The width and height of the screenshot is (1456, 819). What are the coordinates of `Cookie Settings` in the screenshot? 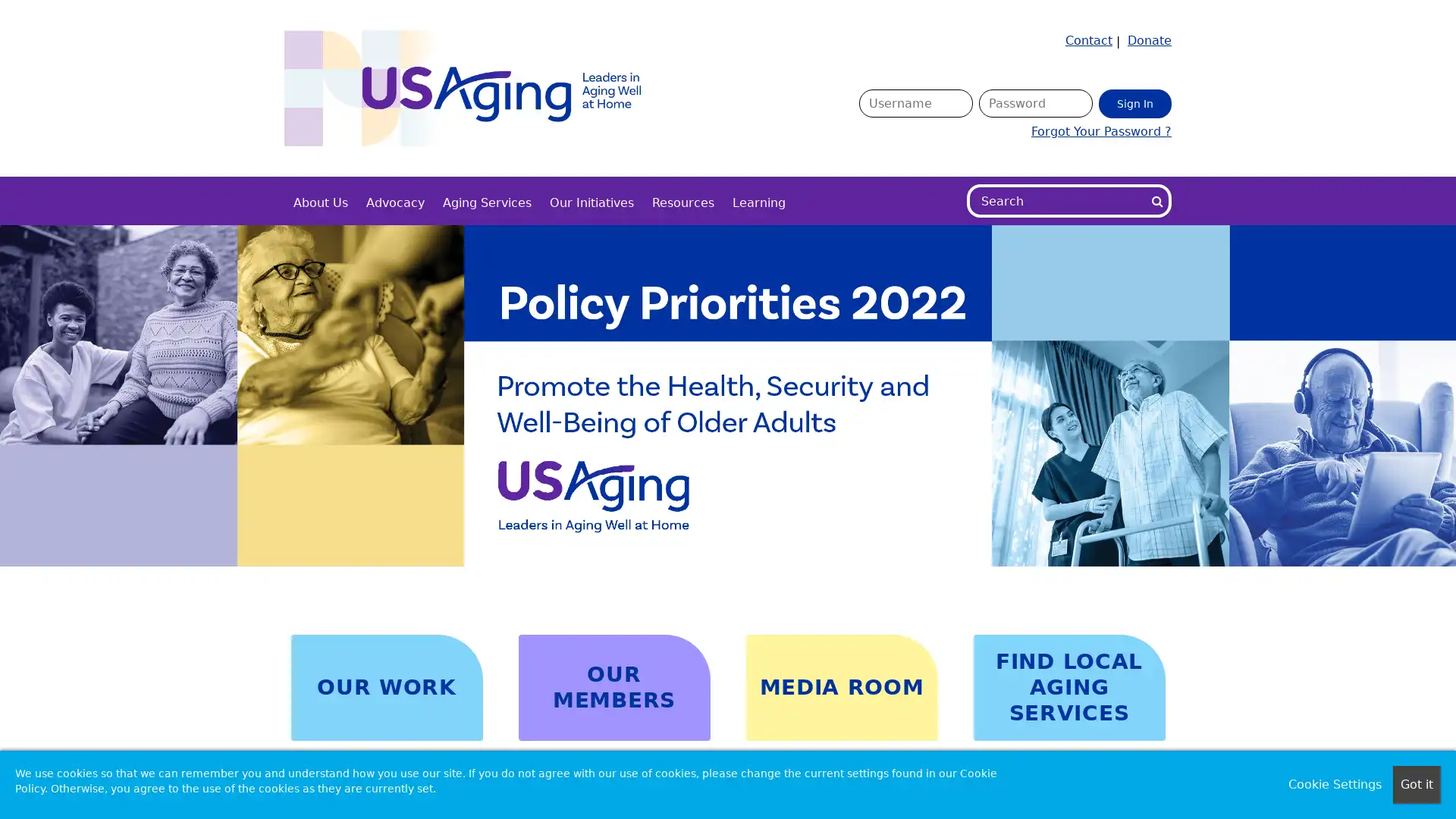 It's located at (1335, 784).